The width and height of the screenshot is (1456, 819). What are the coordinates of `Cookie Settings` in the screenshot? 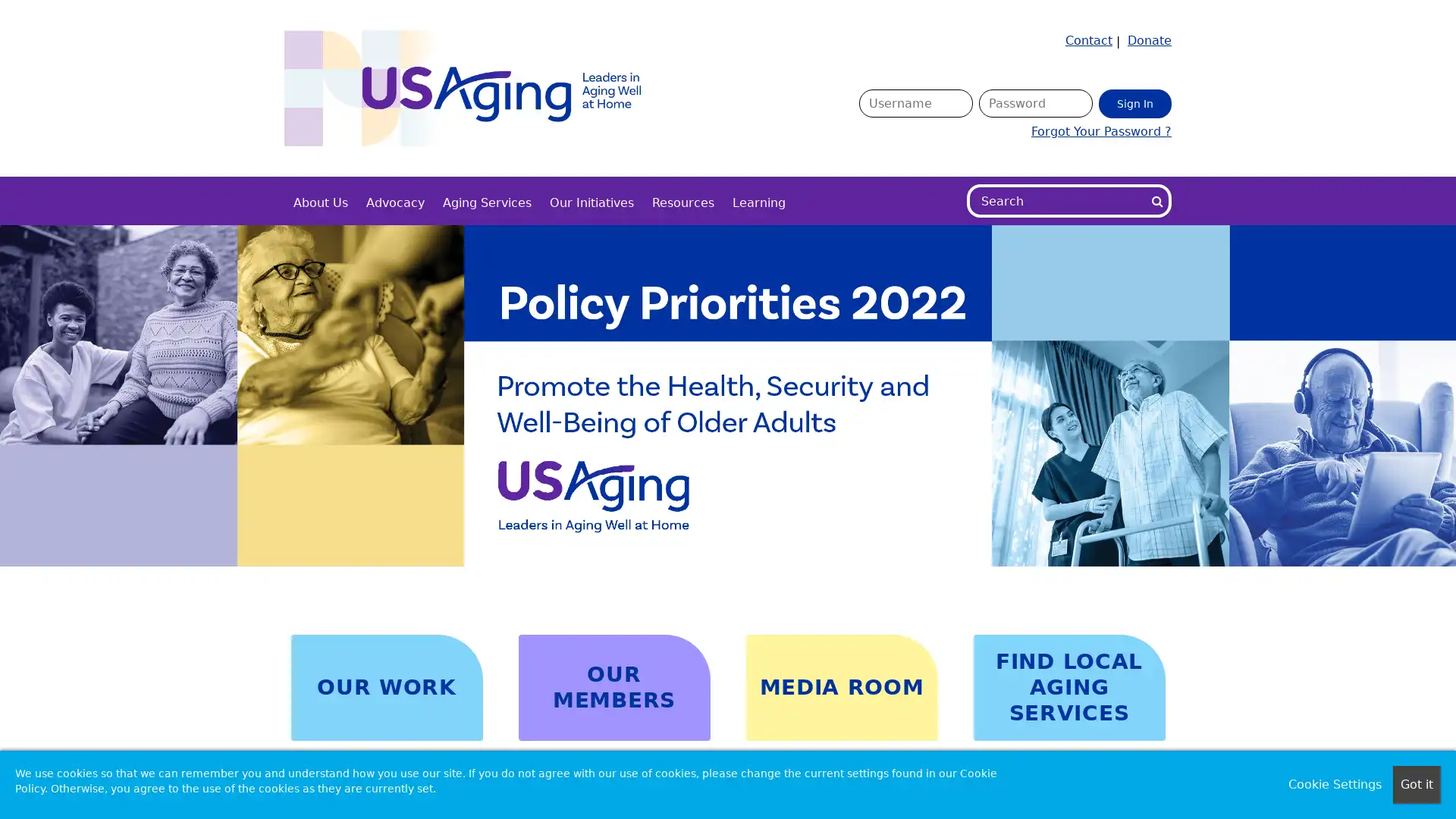 It's located at (1335, 784).